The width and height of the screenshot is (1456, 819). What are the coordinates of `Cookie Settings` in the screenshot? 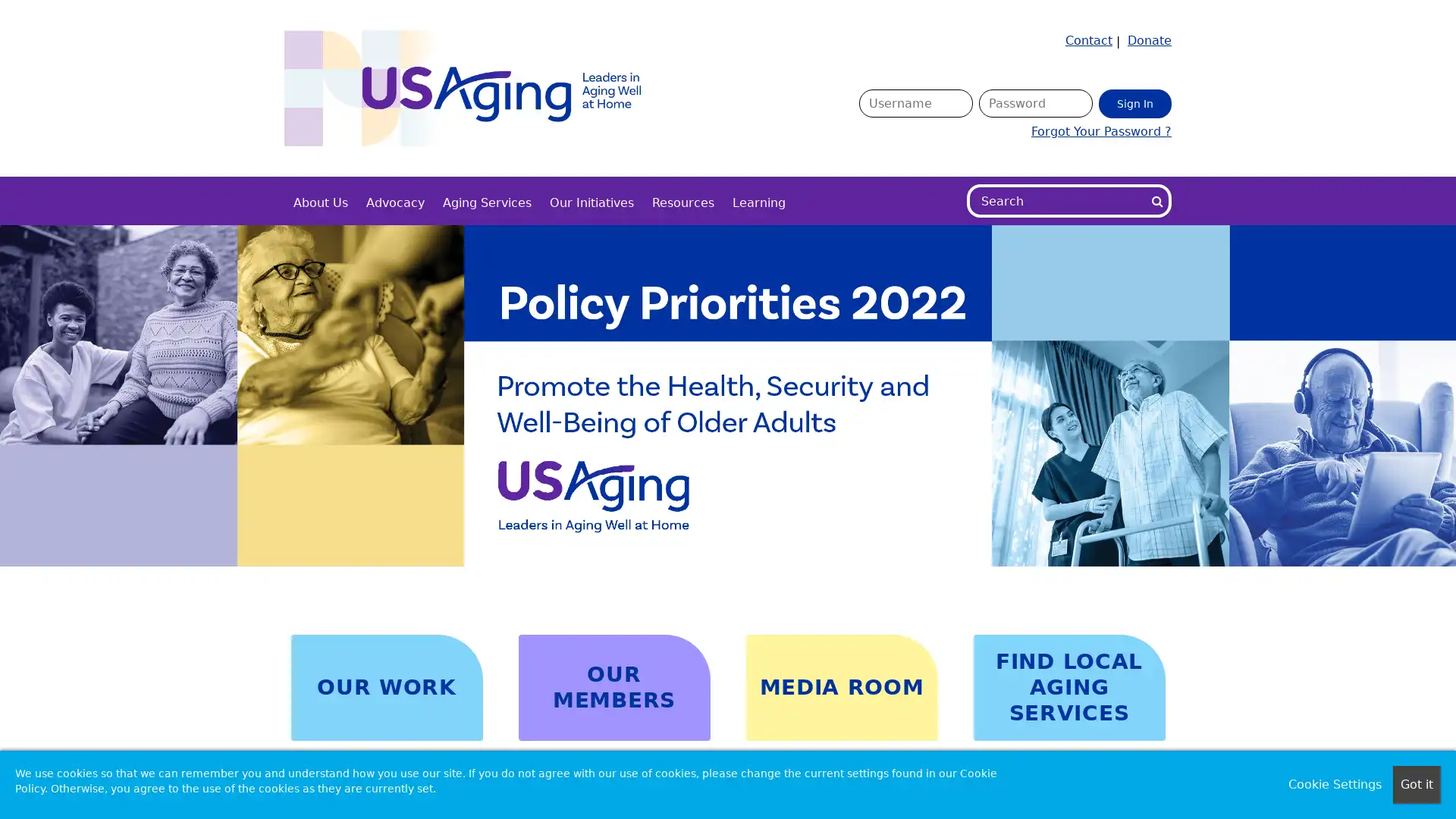 It's located at (1335, 784).